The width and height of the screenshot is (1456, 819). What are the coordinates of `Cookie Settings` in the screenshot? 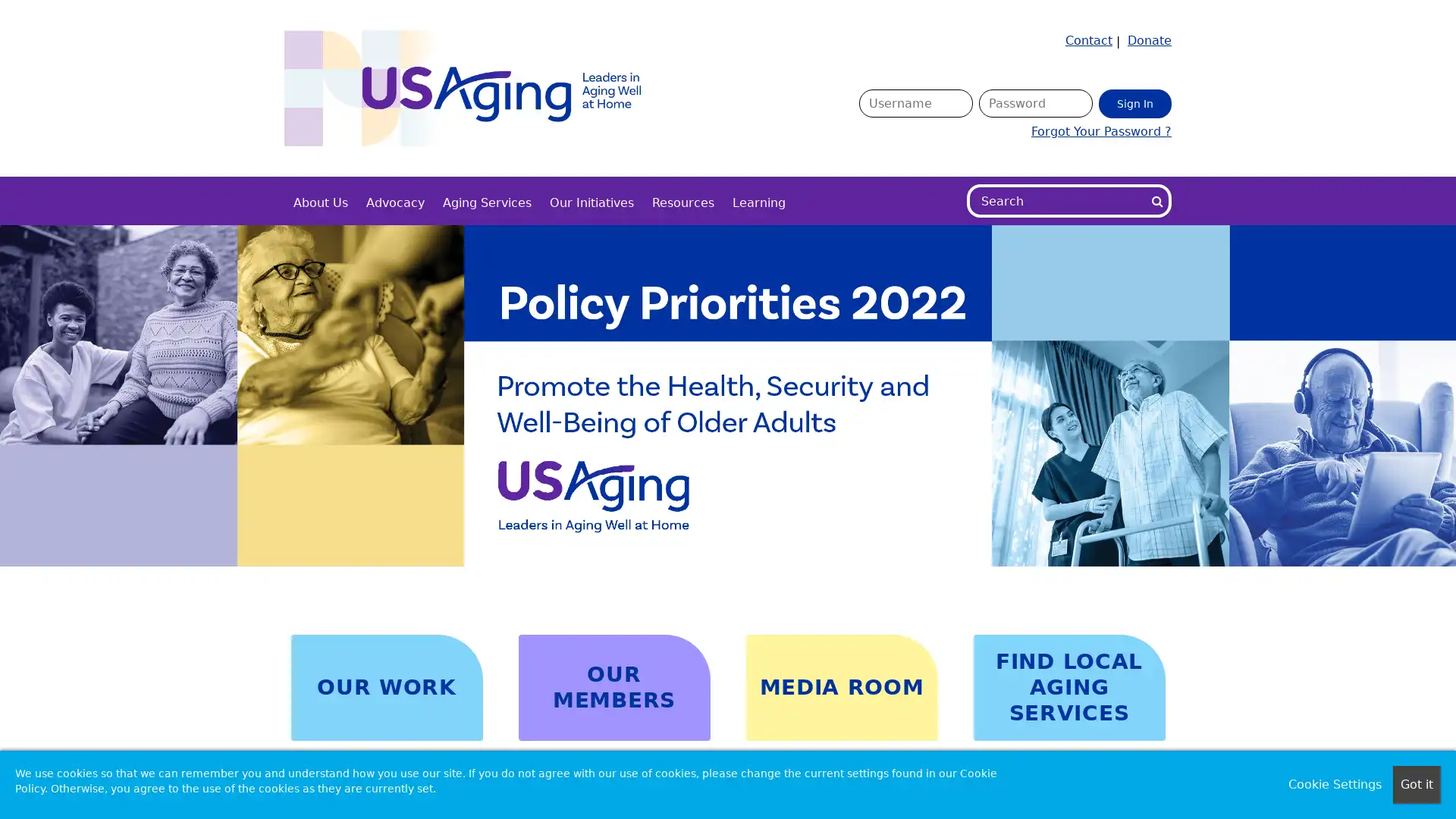 It's located at (1335, 784).